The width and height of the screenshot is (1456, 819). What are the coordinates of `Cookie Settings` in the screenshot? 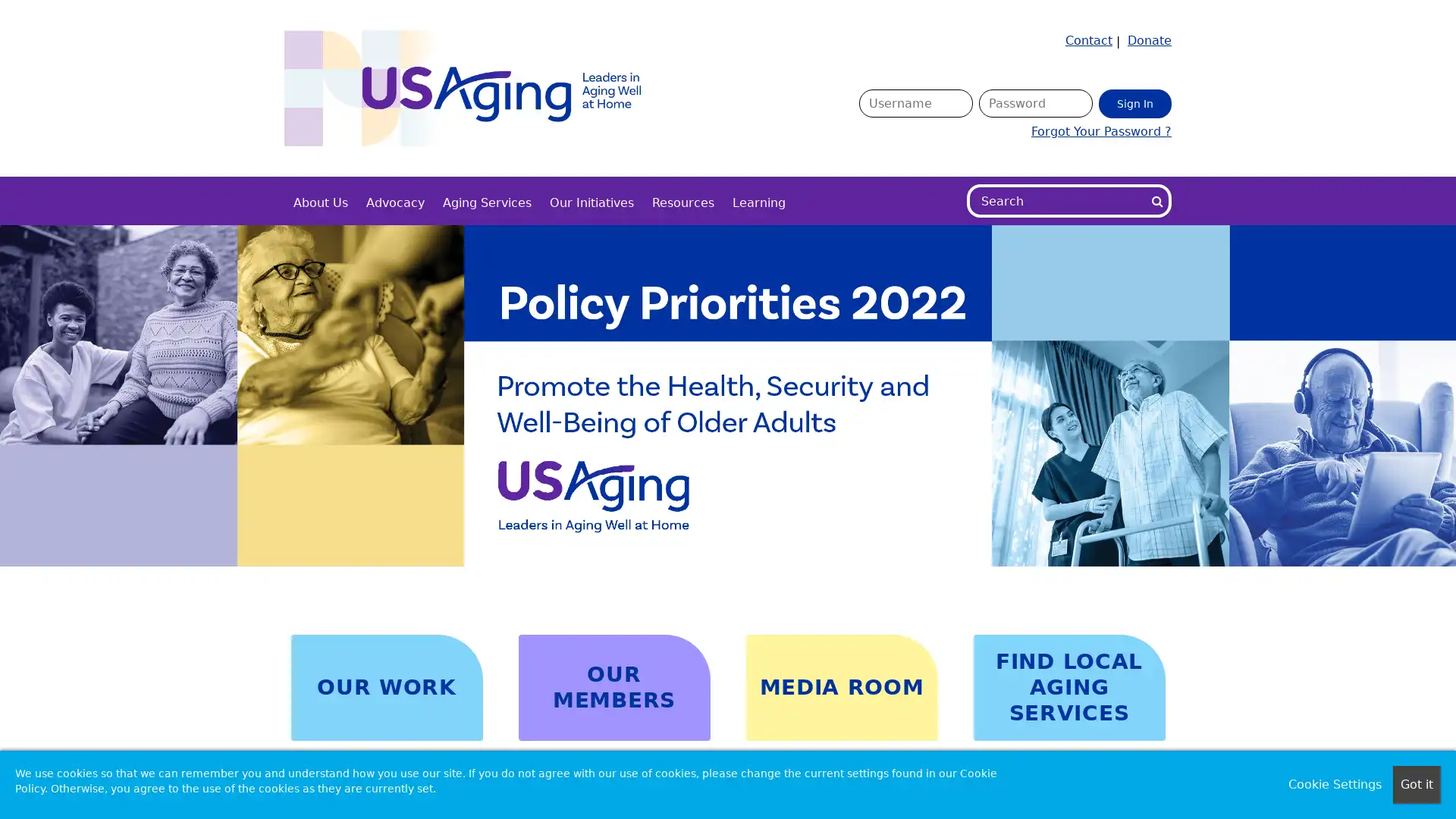 It's located at (1335, 784).